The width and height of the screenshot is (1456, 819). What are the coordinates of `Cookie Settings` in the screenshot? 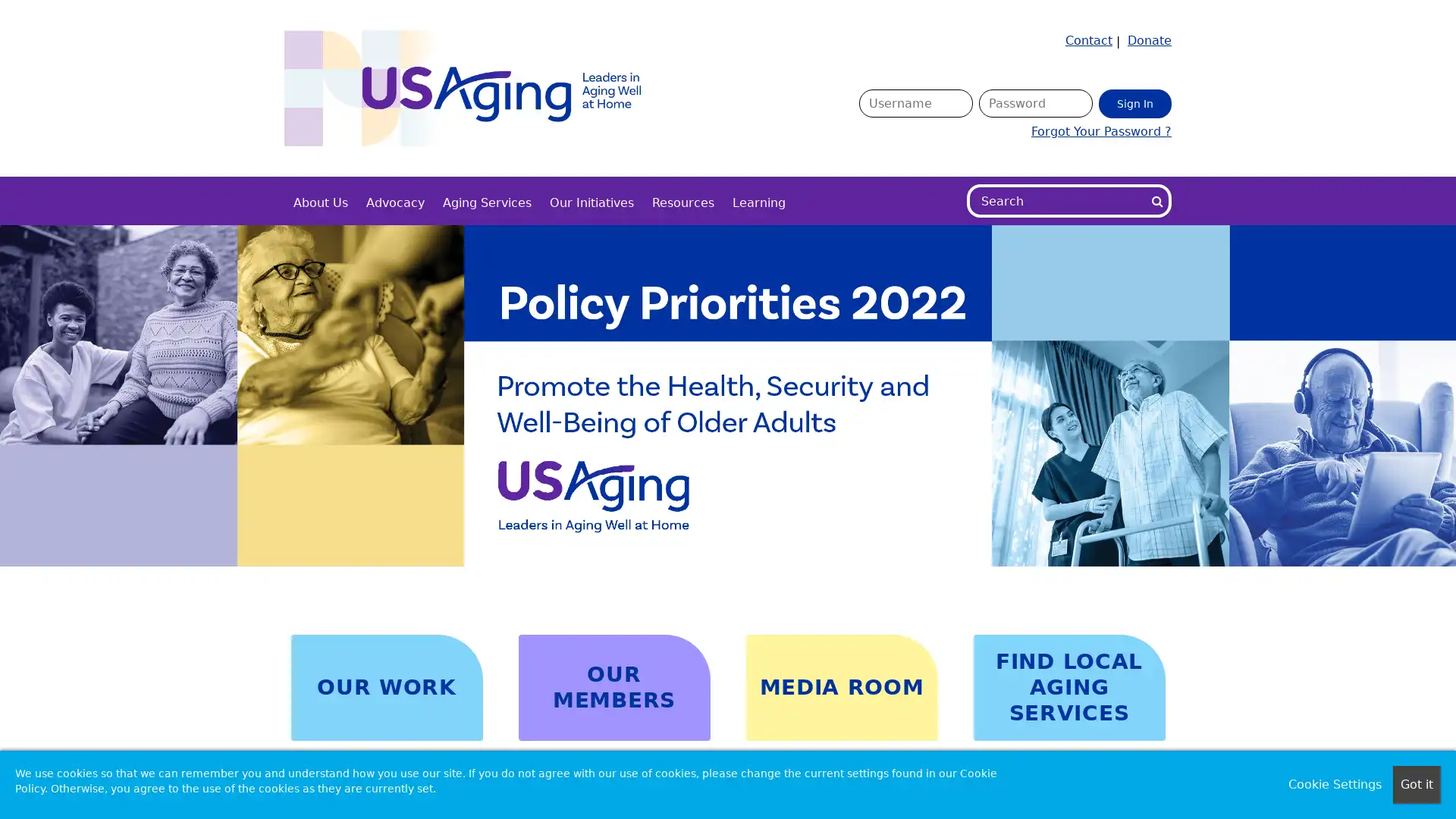 It's located at (1335, 784).